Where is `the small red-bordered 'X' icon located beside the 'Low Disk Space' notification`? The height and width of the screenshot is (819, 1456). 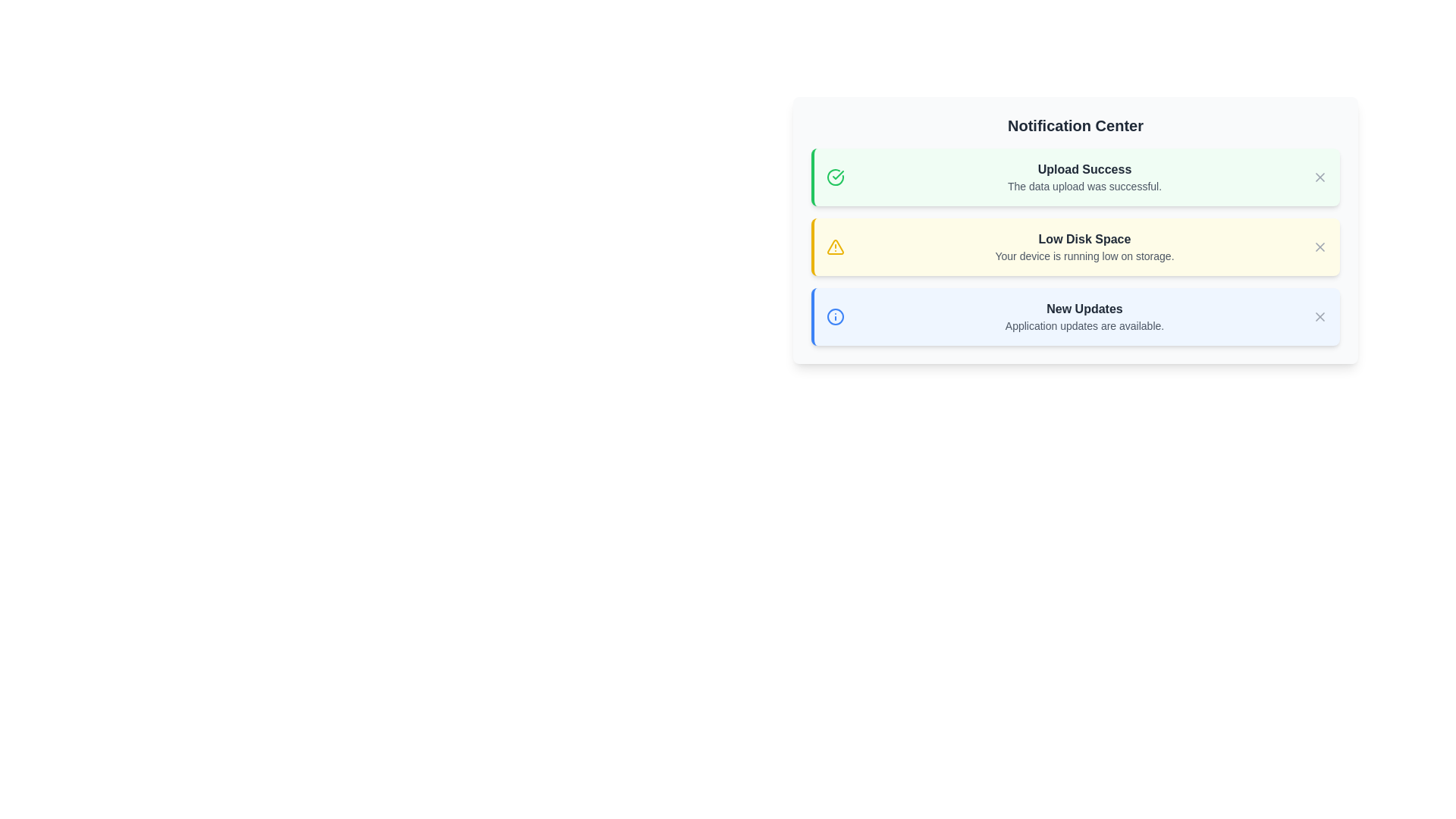
the small red-bordered 'X' icon located beside the 'Low Disk Space' notification is located at coordinates (1319, 246).